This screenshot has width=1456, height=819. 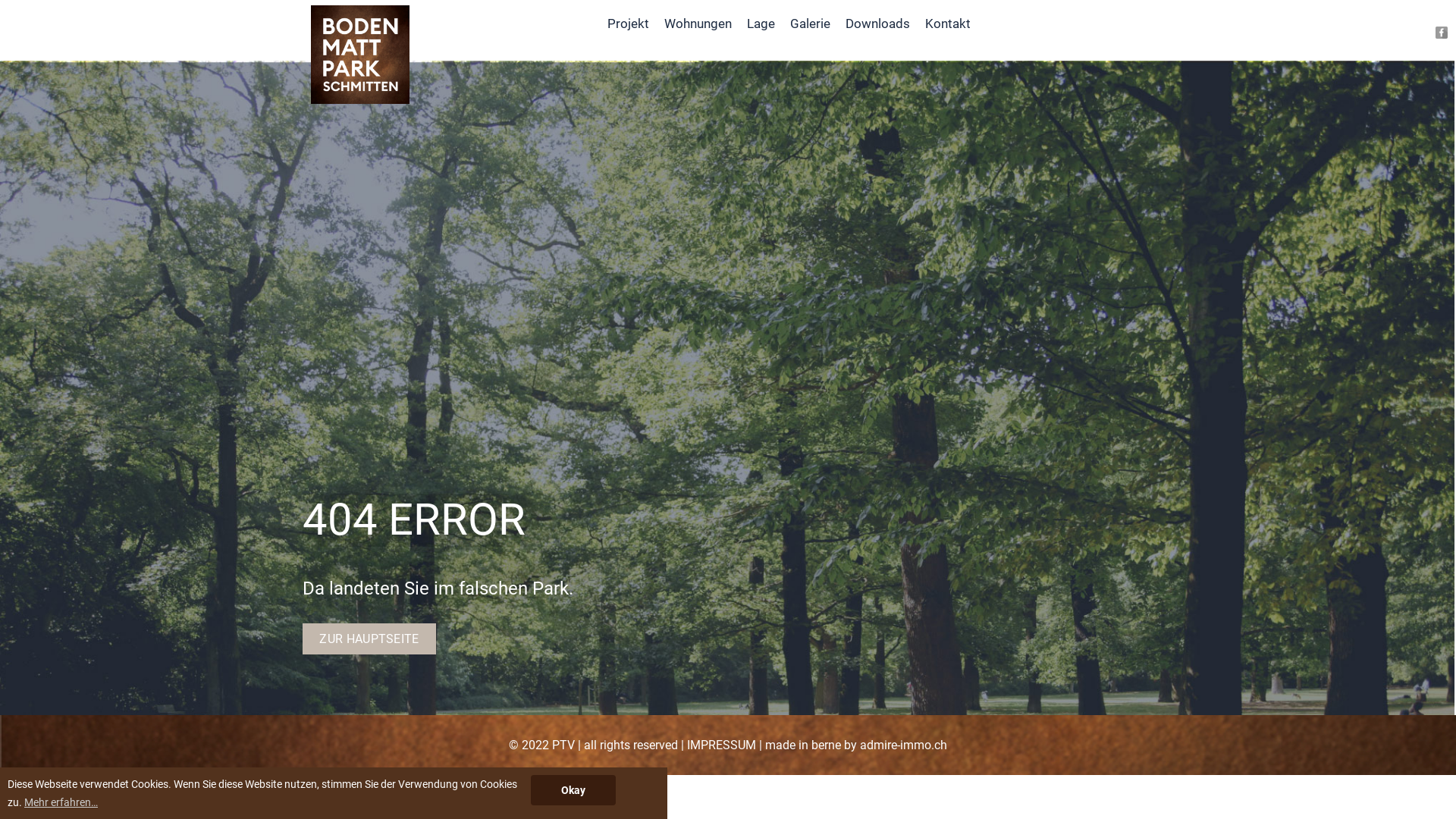 What do you see at coordinates (628, 23) in the screenshot?
I see `'Projekt'` at bounding box center [628, 23].